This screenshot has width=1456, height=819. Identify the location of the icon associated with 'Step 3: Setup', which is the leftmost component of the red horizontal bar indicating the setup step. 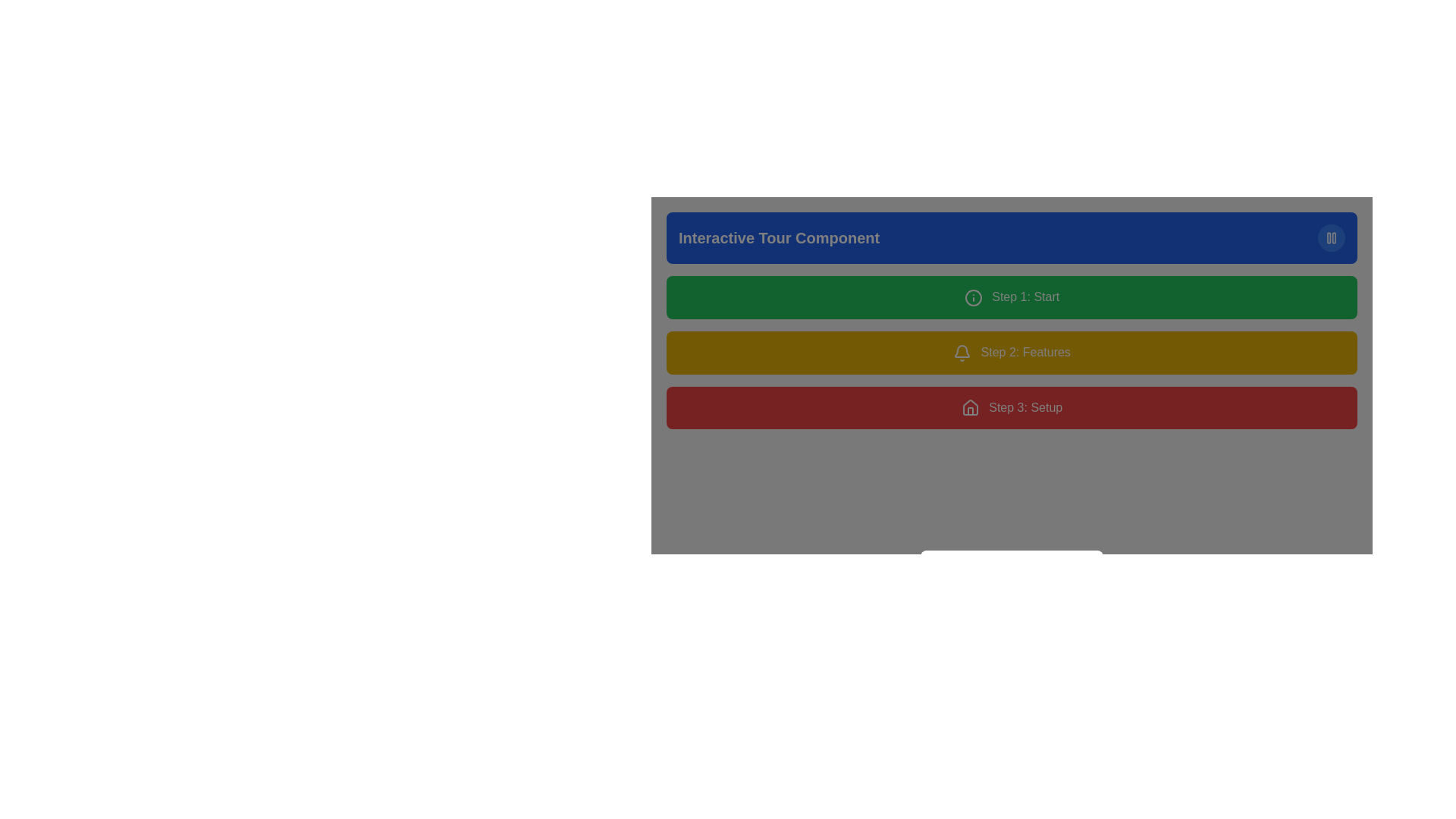
(969, 407).